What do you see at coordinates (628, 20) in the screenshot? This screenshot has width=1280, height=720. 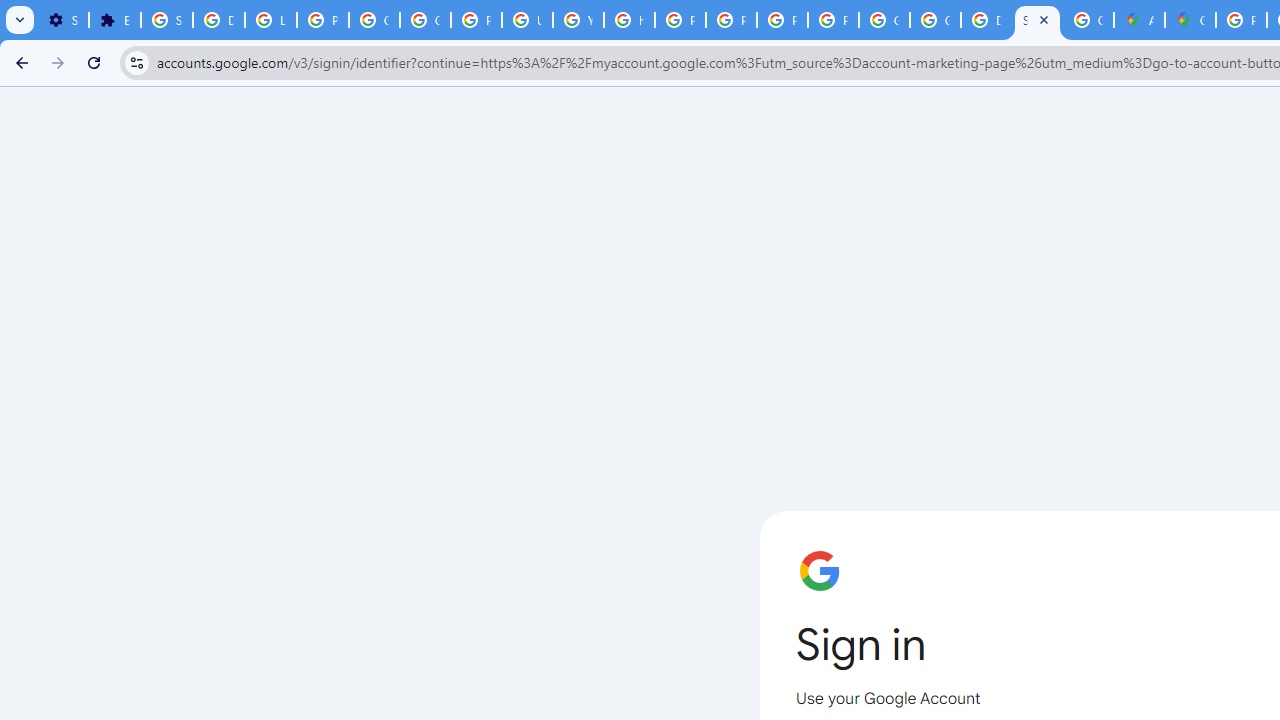 I see `'https://scholar.google.com/'` at bounding box center [628, 20].